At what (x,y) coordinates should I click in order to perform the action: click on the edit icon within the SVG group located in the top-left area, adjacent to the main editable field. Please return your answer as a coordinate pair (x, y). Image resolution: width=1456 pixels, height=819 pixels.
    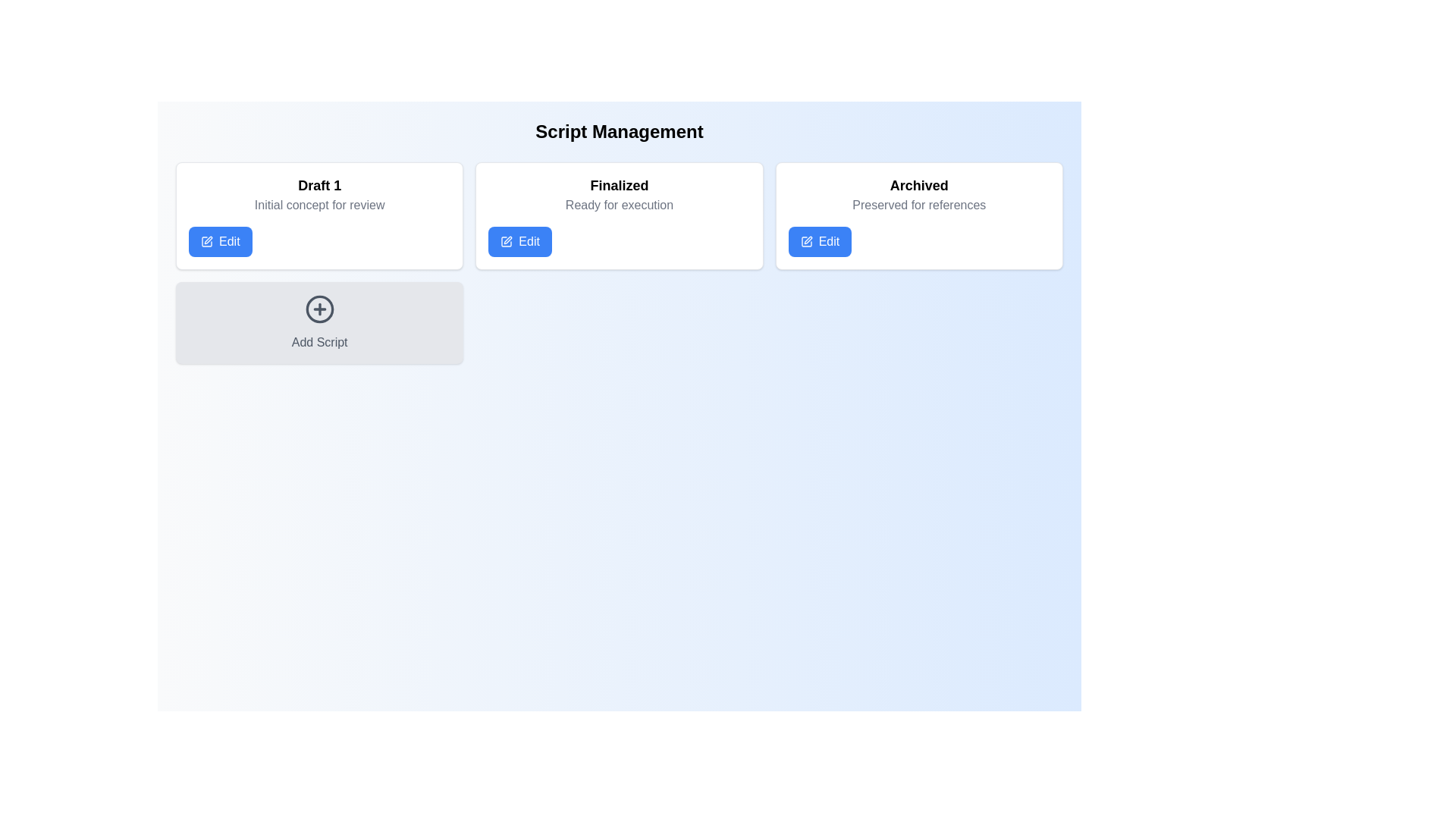
    Looking at the image, I should click on (508, 239).